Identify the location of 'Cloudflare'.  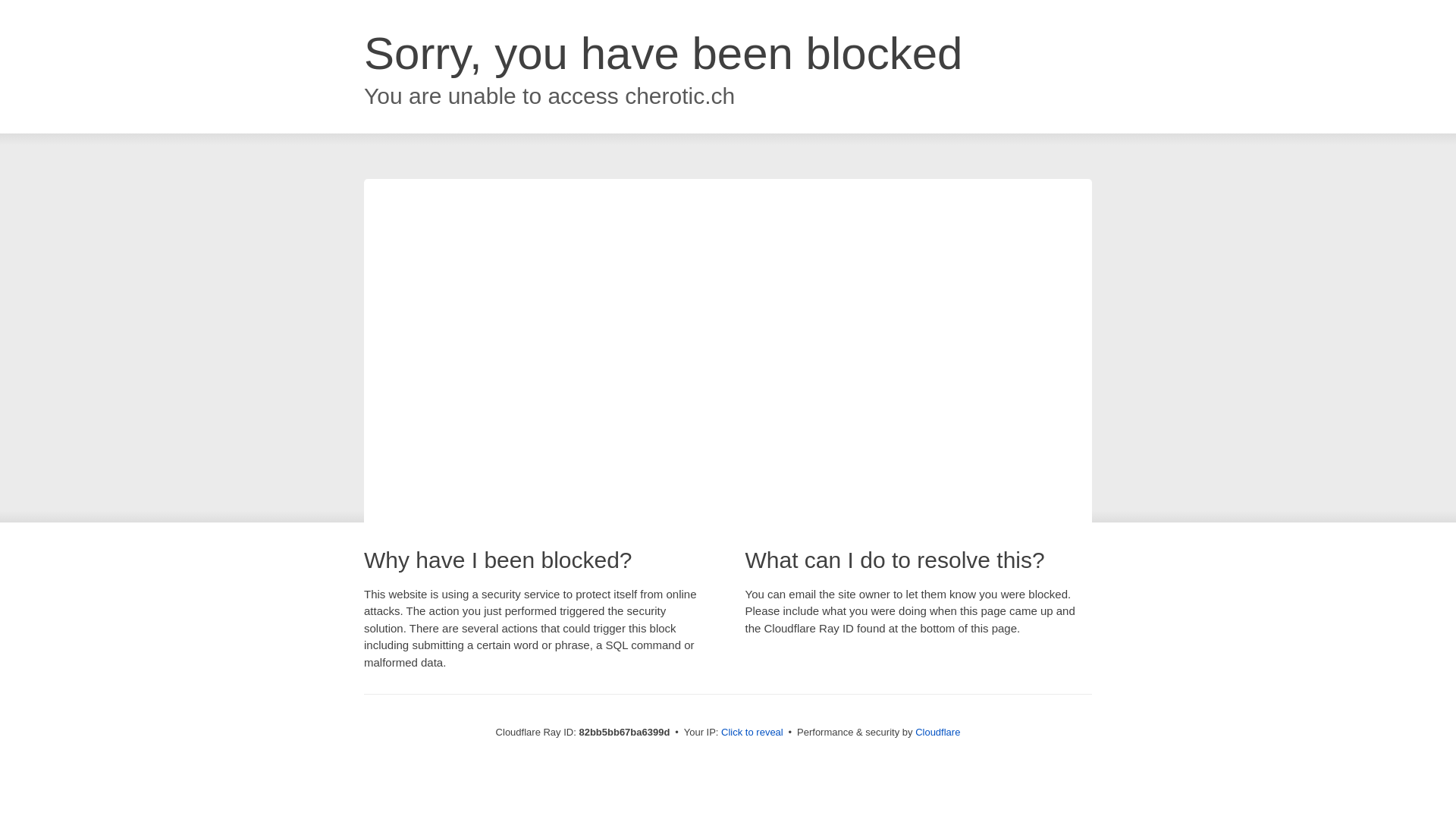
(937, 731).